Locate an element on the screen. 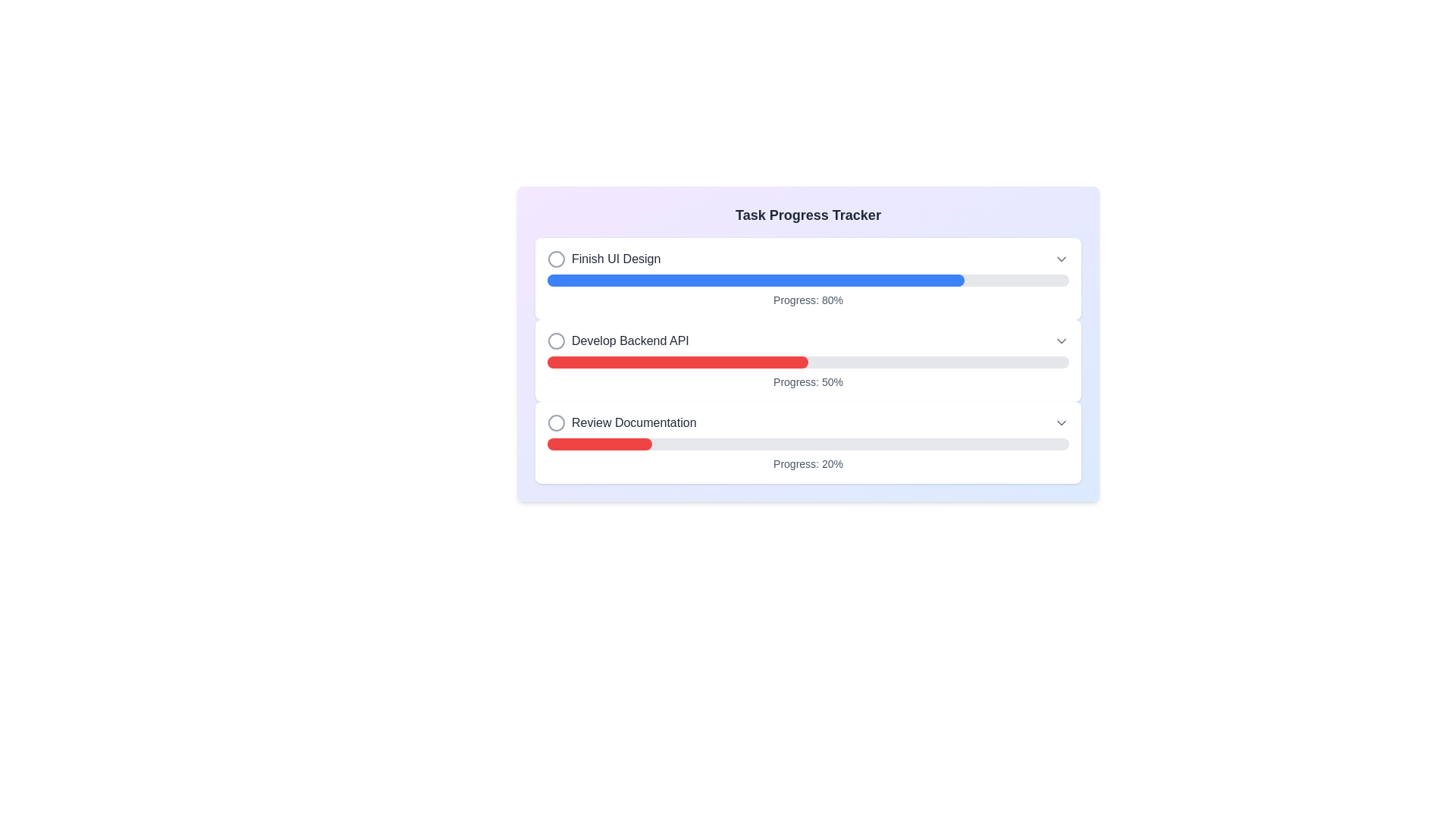  the 'Finish UI Design' task label is located at coordinates (603, 259).